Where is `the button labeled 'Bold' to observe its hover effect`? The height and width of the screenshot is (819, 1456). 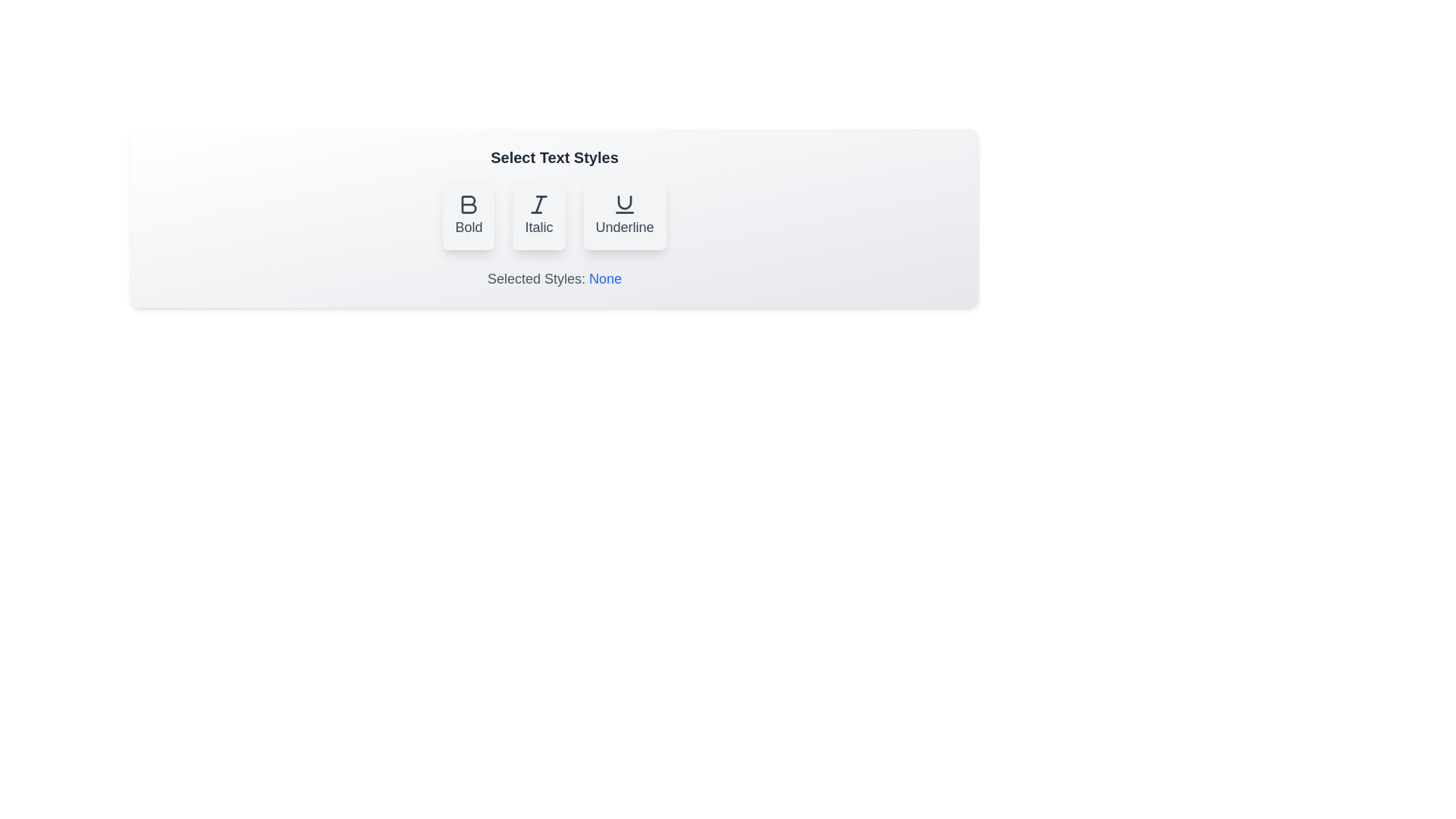
the button labeled 'Bold' to observe its hover effect is located at coordinates (468, 215).